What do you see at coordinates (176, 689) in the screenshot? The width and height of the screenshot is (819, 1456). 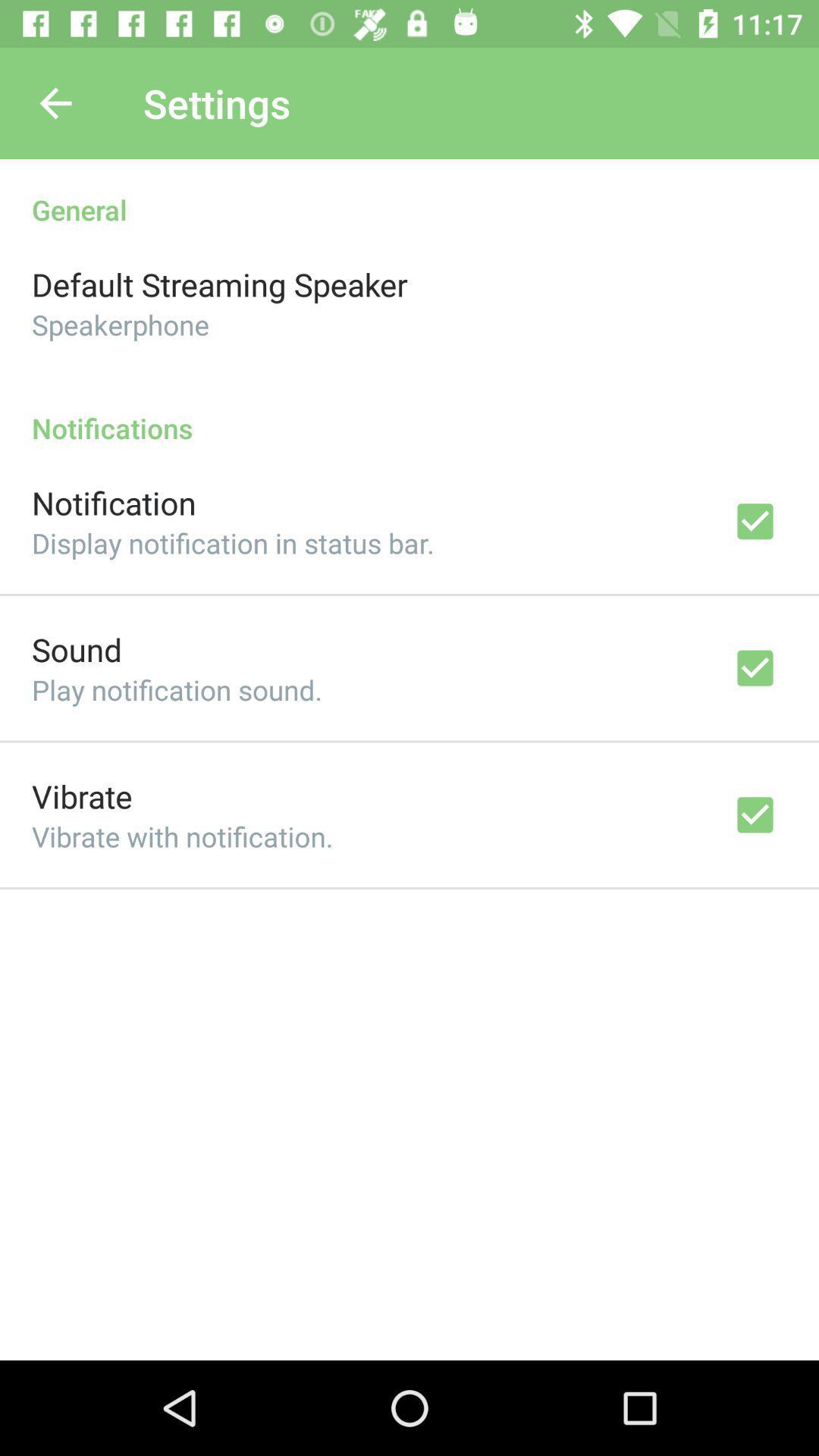 I see `icon above vibrate item` at bounding box center [176, 689].